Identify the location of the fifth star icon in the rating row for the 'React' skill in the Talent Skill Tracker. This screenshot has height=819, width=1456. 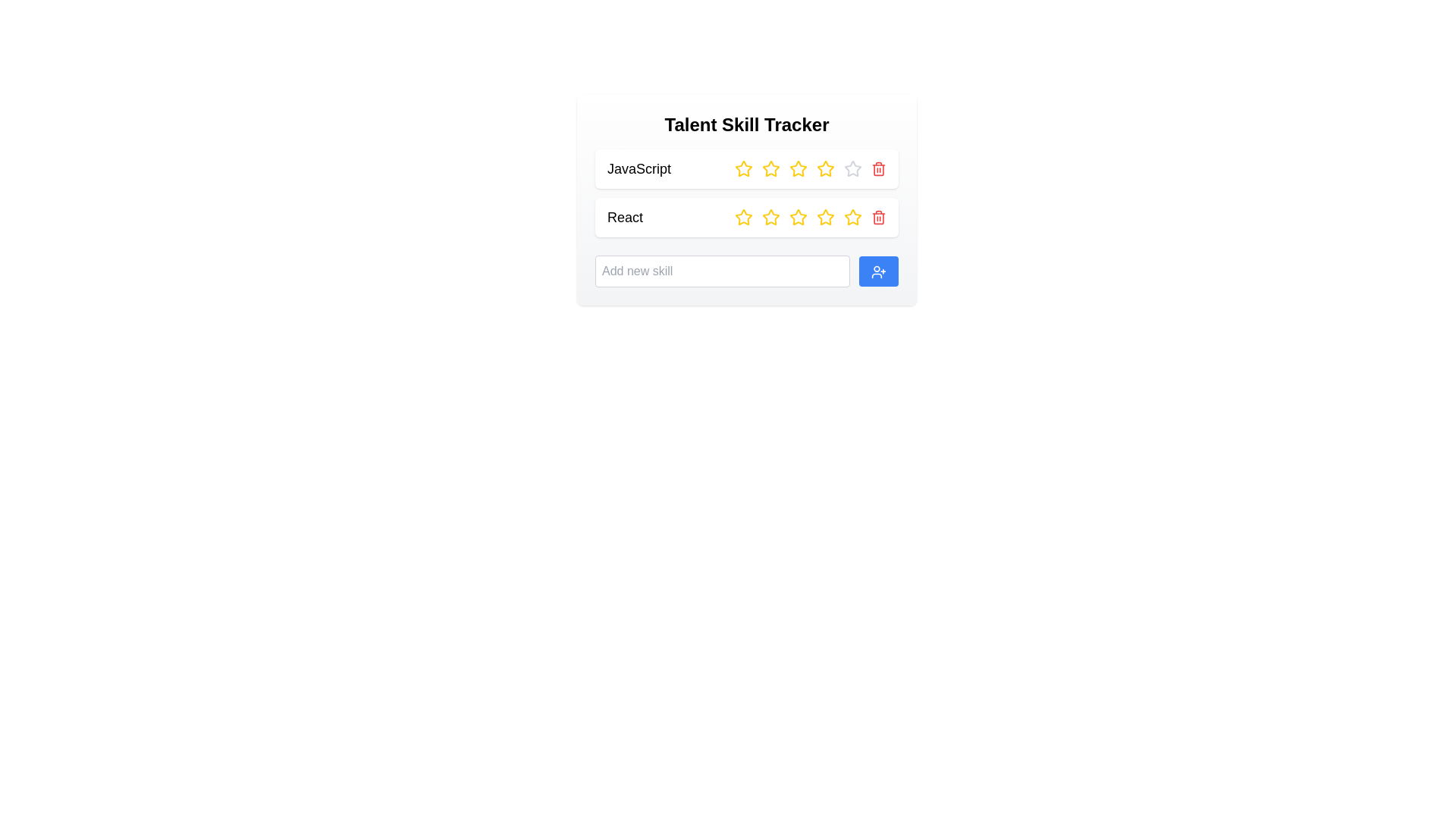
(797, 217).